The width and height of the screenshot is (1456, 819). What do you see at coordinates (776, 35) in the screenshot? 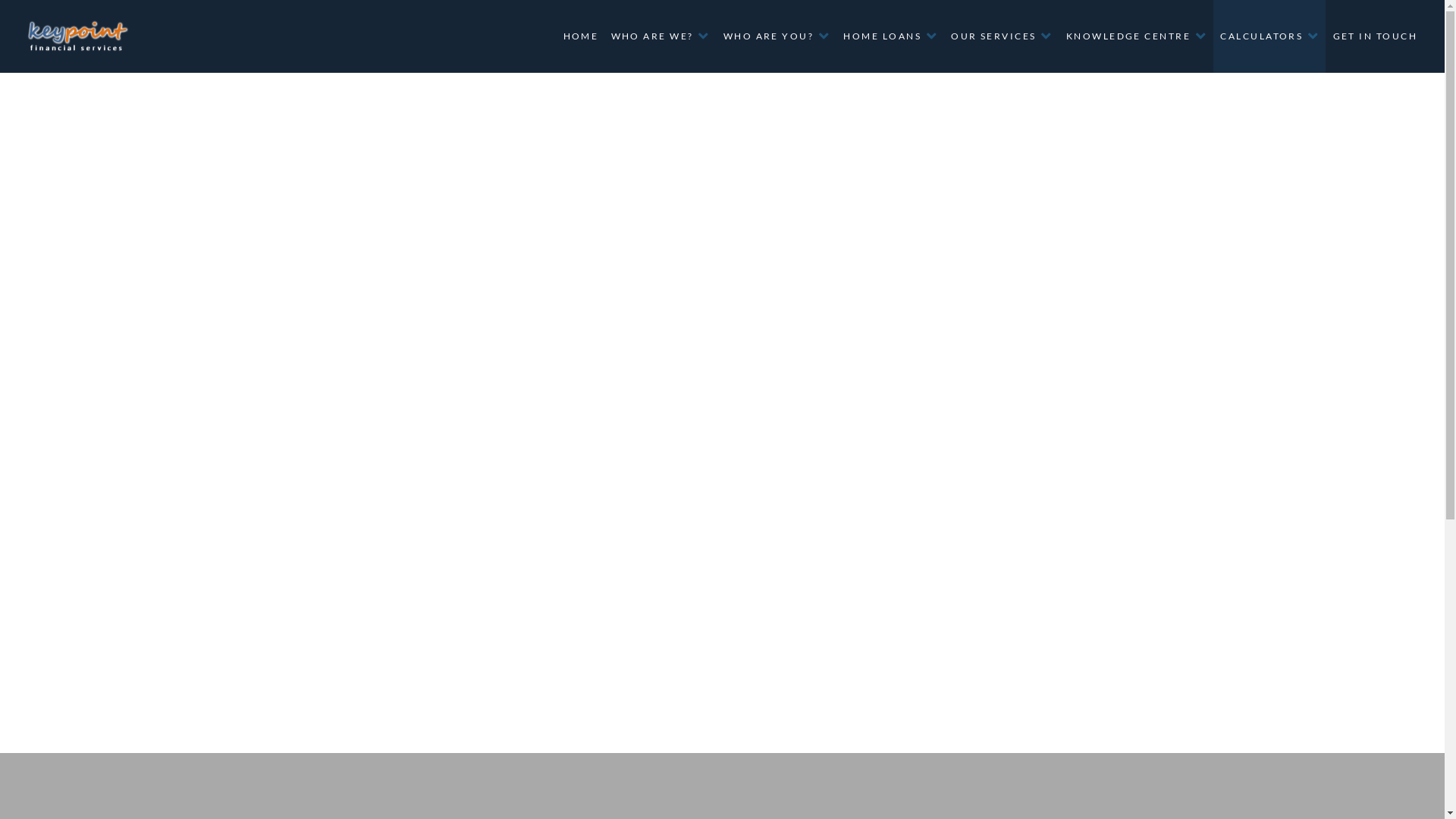
I see `'WHO ARE YOU?'` at bounding box center [776, 35].